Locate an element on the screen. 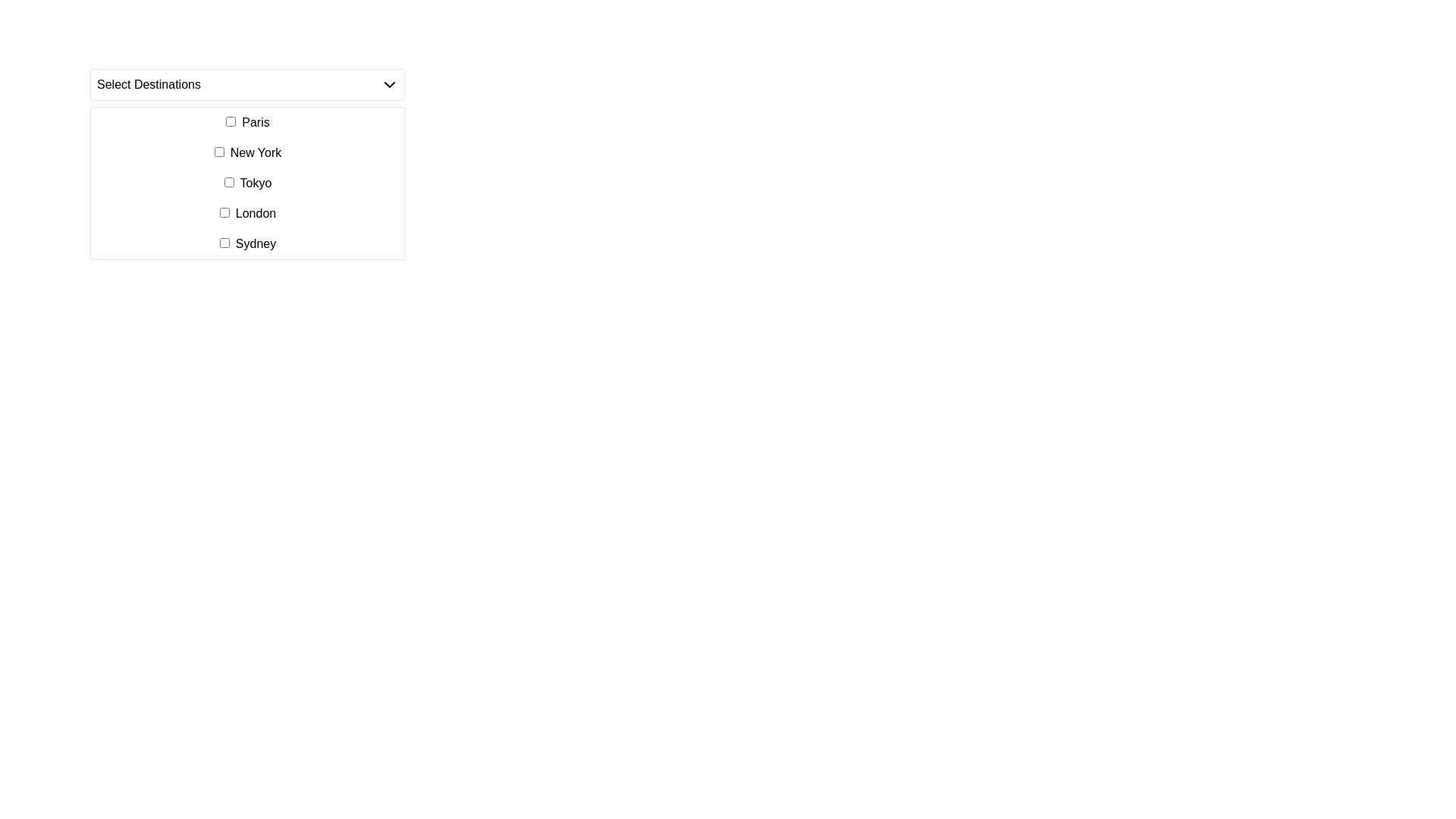  the checkbox for the selectable list item labeled 'London' located under the 'Select Destinations' dropdown is located at coordinates (247, 213).